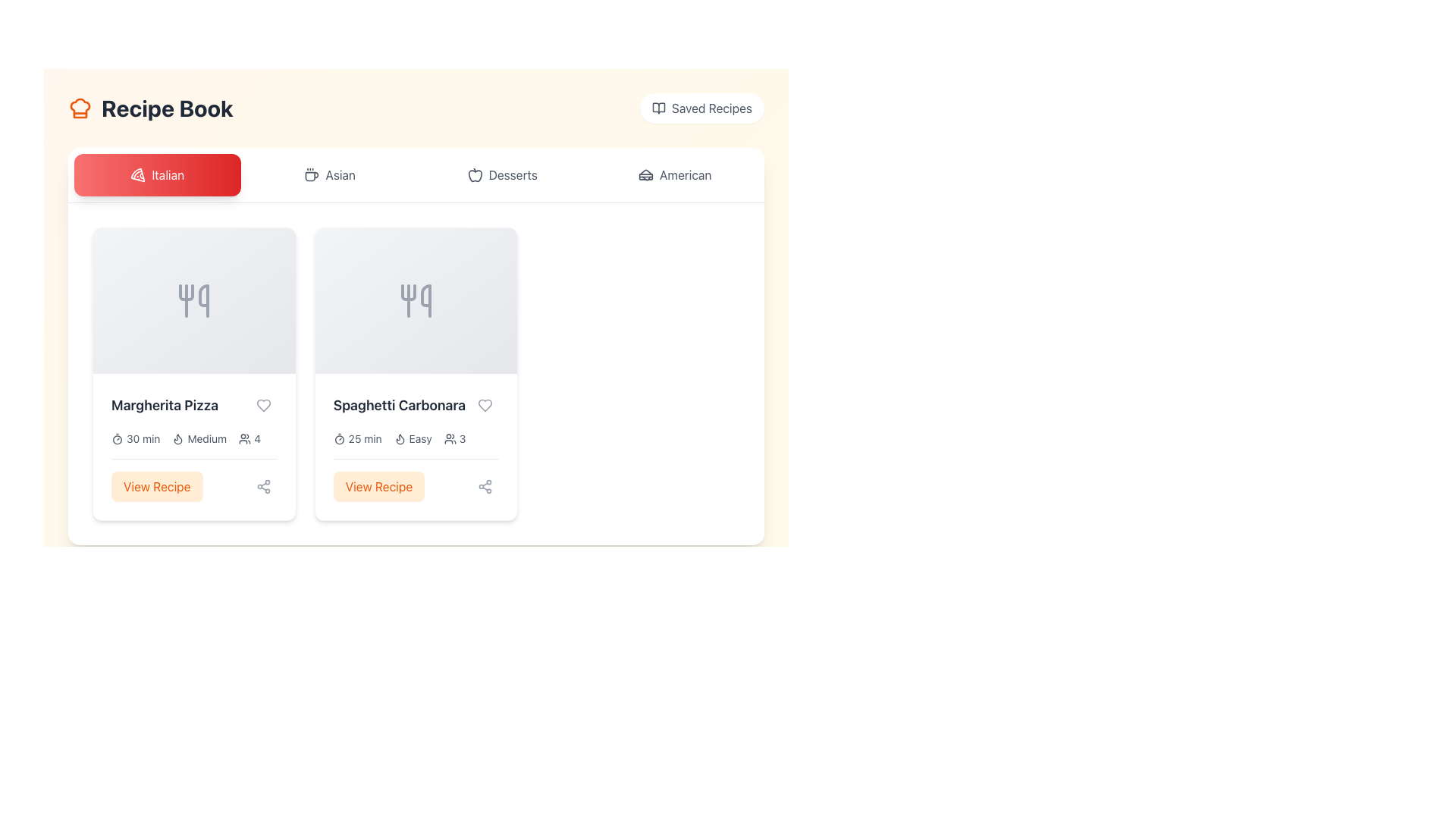 The image size is (1456, 819). What do you see at coordinates (502, 174) in the screenshot?
I see `the 'Desserts' button in the horizontal navigation bar` at bounding box center [502, 174].